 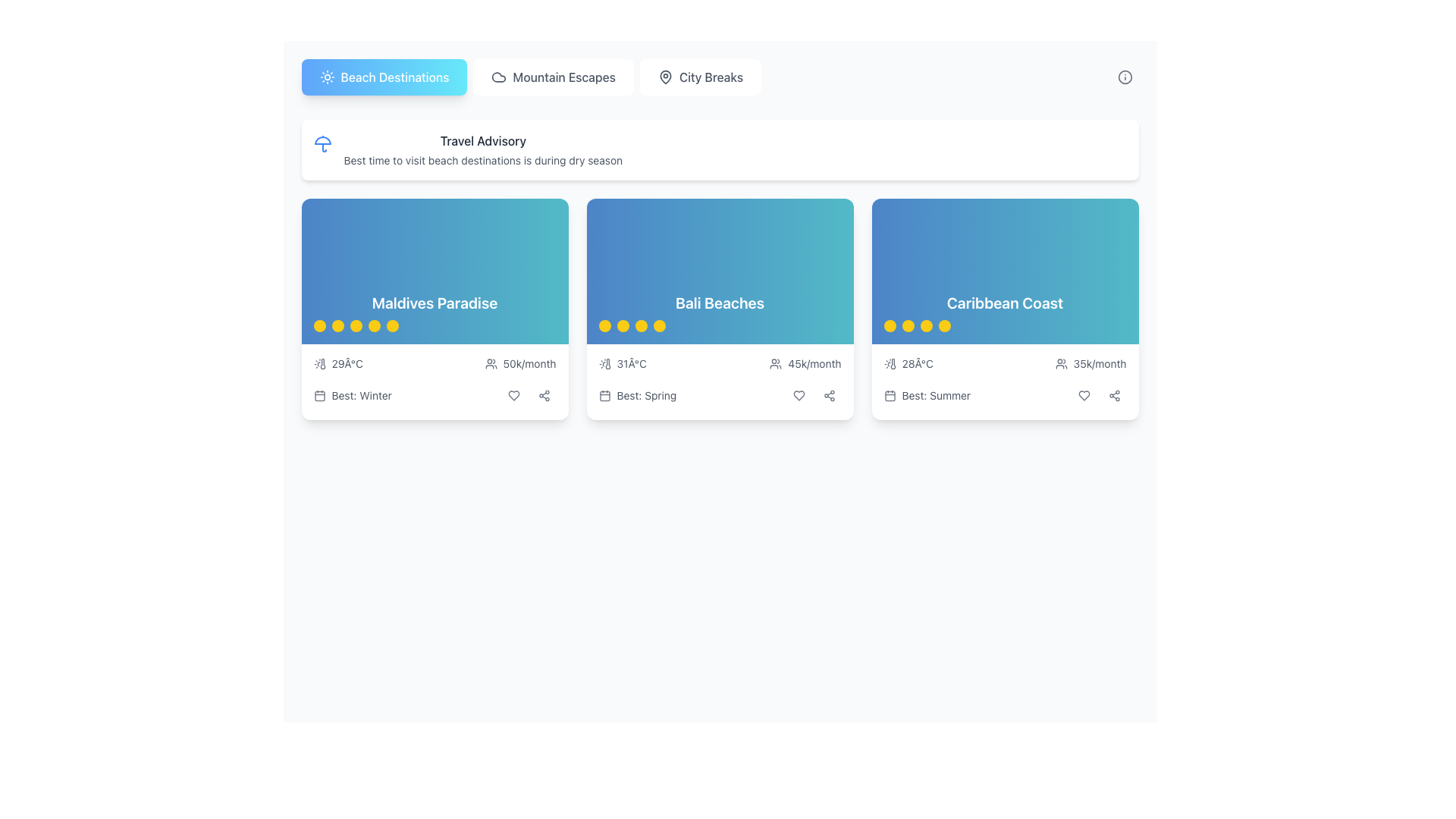 I want to click on 'Summer' label located at the bottom of the 'Caribbean Coast' card, which is the third card in a three-column row, next to a calendar icon, so click(x=935, y=394).